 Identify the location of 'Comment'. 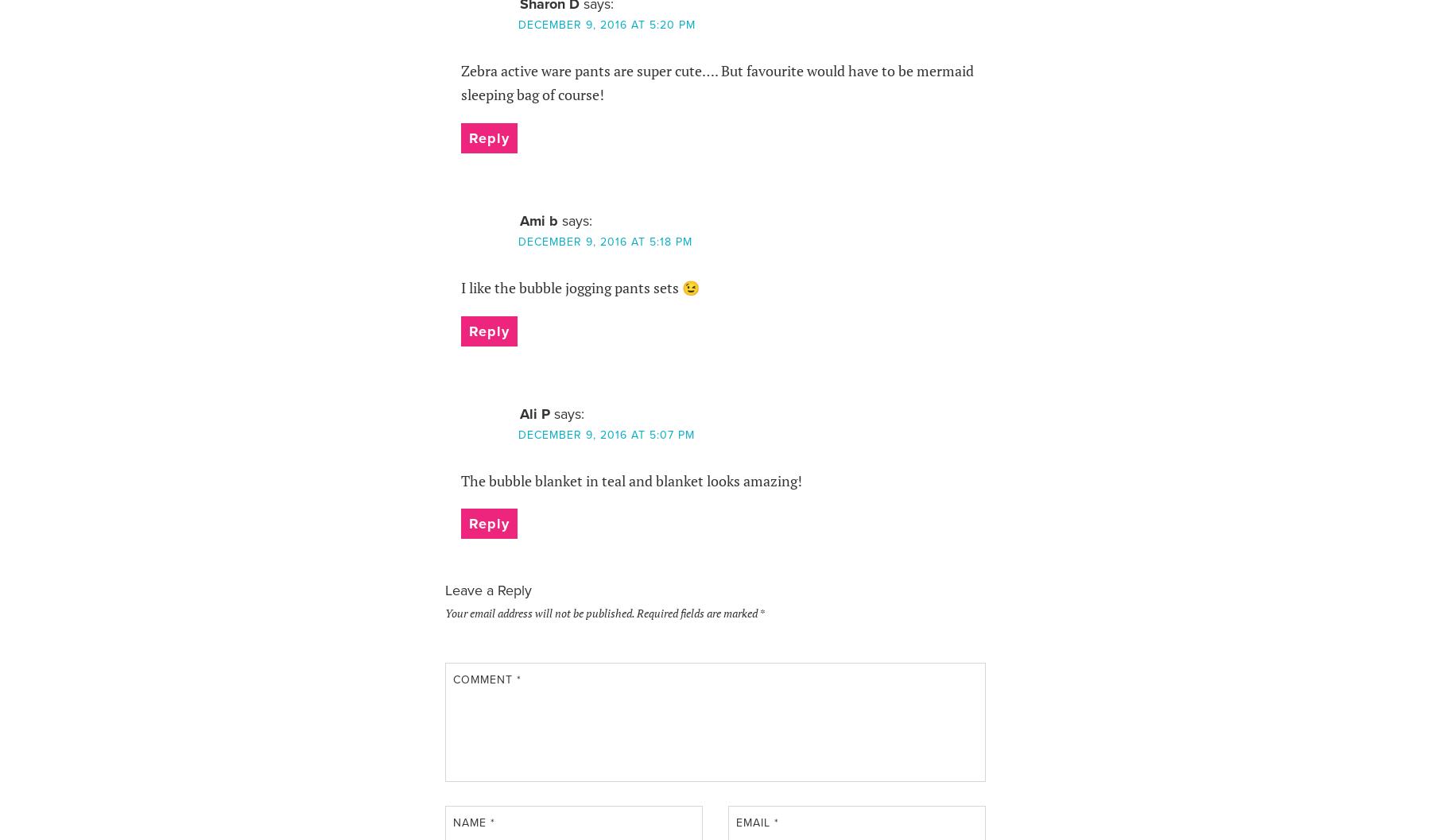
(483, 678).